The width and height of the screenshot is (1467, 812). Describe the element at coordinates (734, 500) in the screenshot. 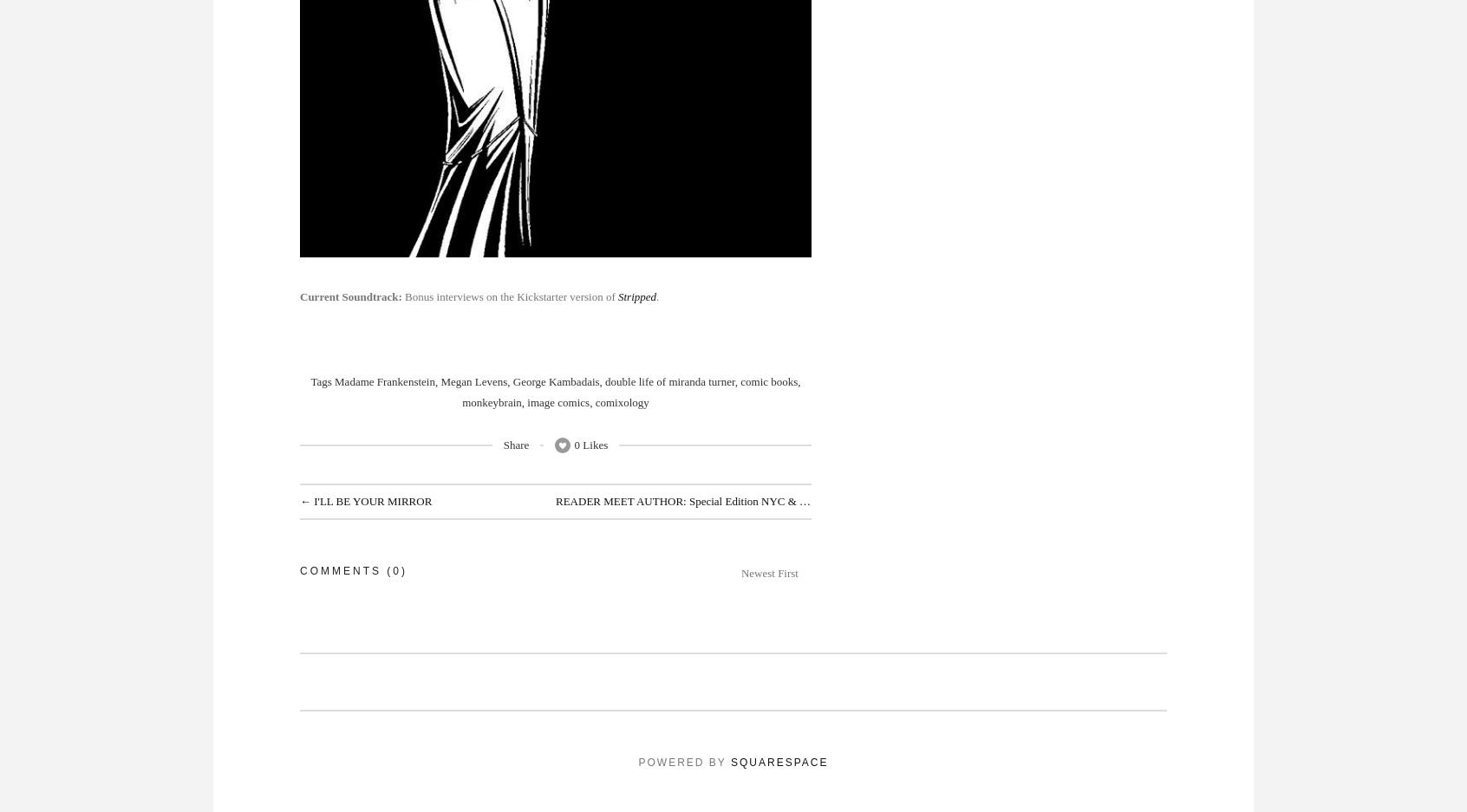

I see `'READER MEET AUTHOR: Special Edition NYC & Free Comic Book Day →'` at that location.